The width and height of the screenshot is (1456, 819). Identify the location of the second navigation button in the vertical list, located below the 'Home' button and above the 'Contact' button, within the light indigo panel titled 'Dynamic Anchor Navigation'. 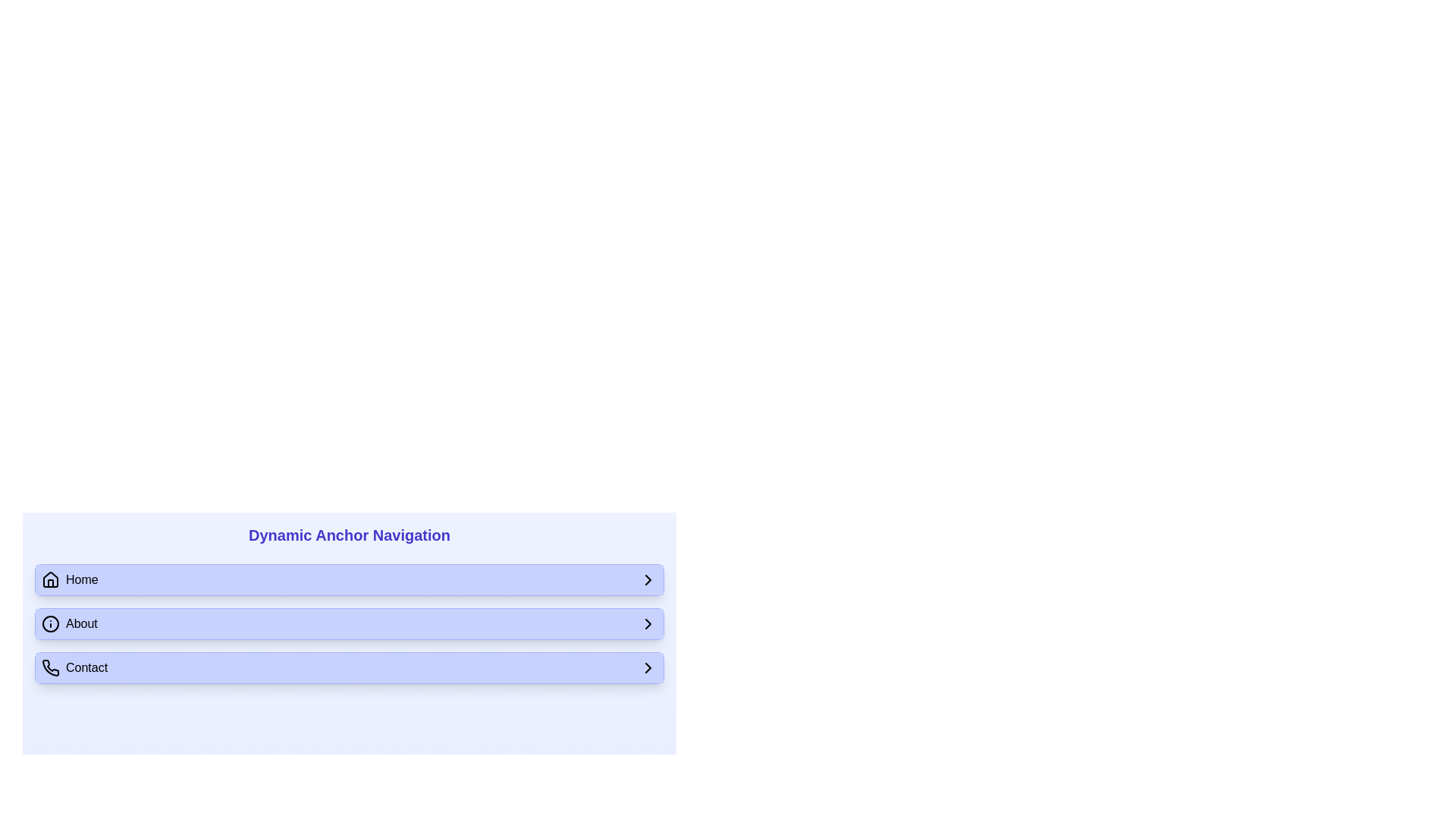
(348, 623).